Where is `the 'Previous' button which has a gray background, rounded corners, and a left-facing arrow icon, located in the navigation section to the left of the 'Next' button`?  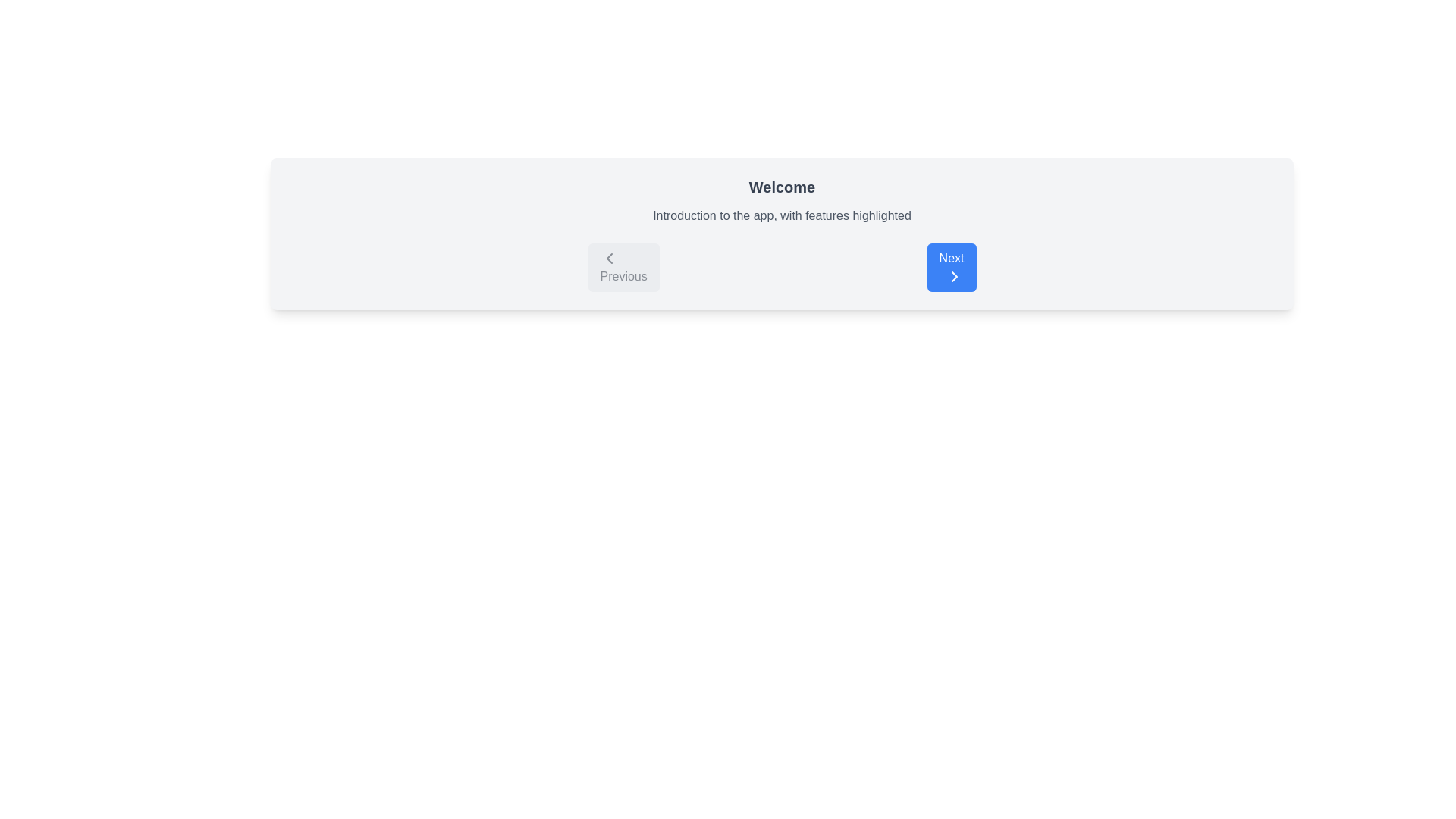 the 'Previous' button which has a gray background, rounded corners, and a left-facing arrow icon, located in the navigation section to the left of the 'Next' button is located at coordinates (623, 267).